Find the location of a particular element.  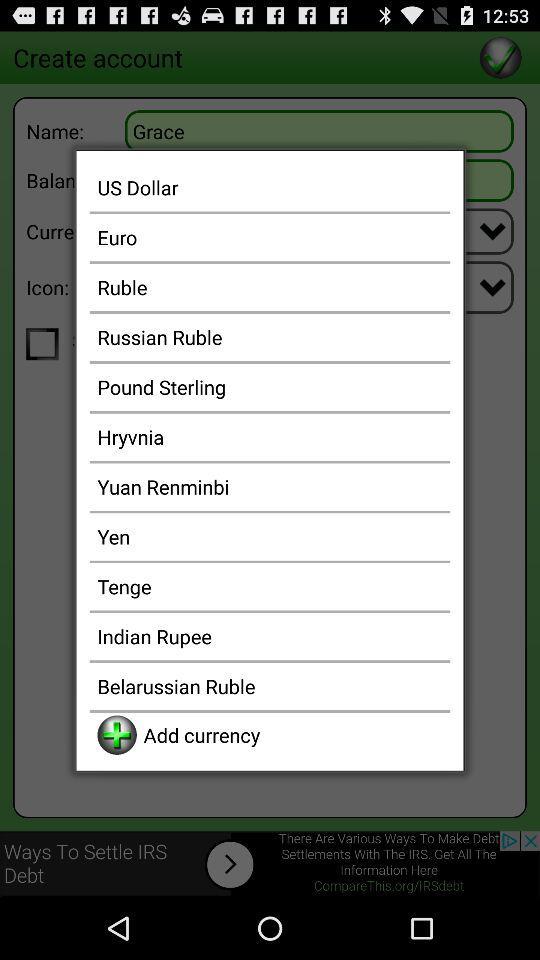

the icon above yen is located at coordinates (270, 485).